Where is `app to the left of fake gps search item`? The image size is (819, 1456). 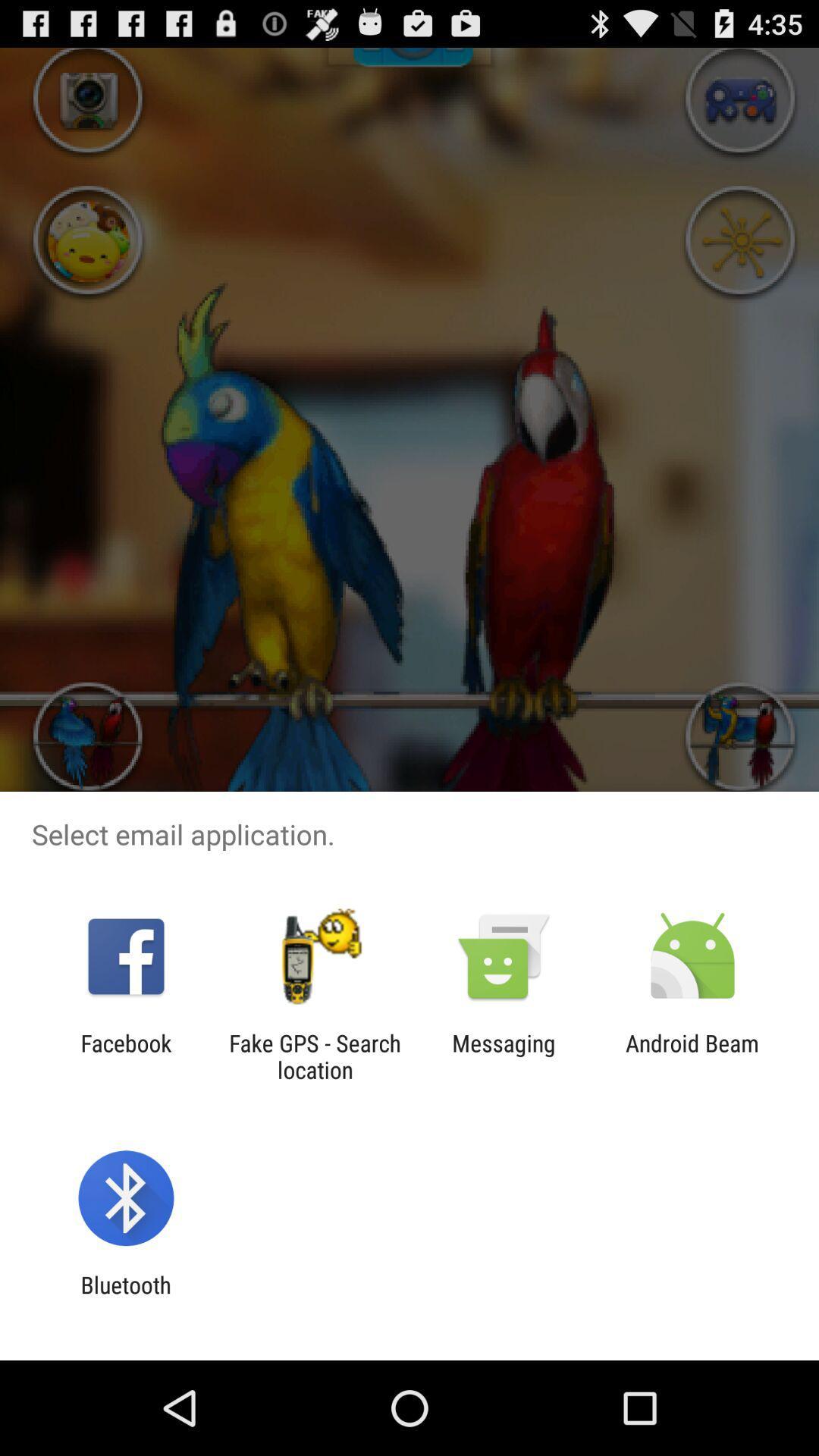
app to the left of fake gps search item is located at coordinates (125, 1056).